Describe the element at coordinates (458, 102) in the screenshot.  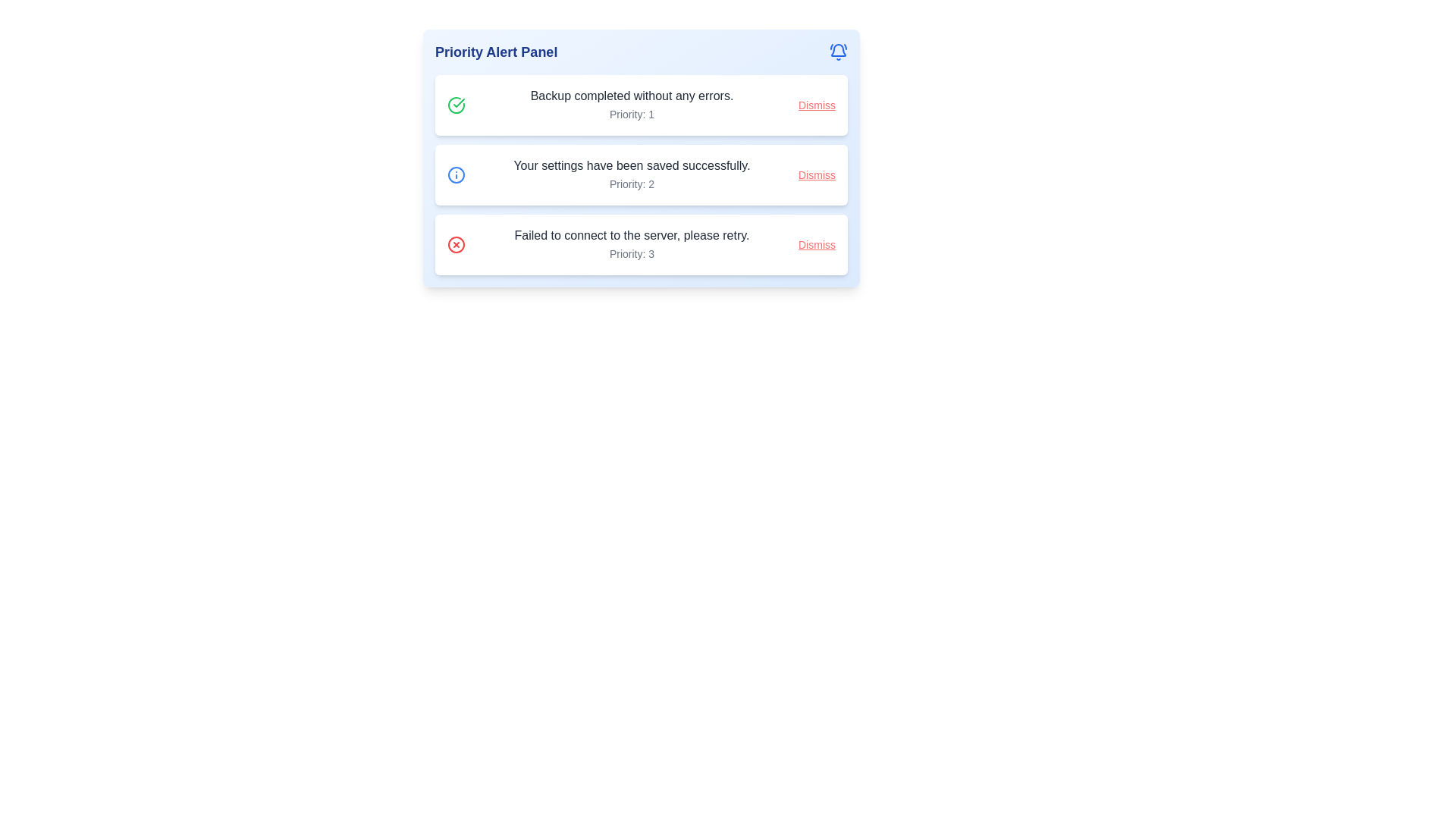
I see `the small green check symbol icon indicating successful completion in the 'Priority Alert Panel' aligned with the notification 'Backup completed without any errors.'` at that location.